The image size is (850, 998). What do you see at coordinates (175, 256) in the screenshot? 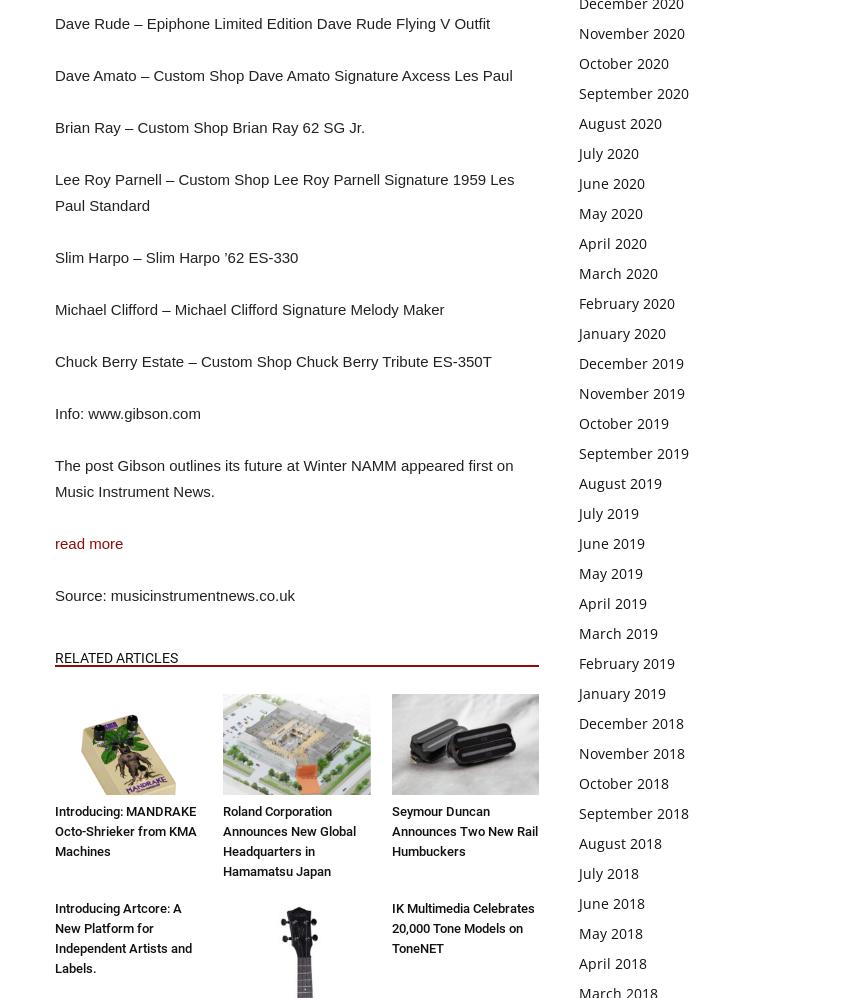
I see `'Slim Harpo – Slim Harpo ’62 ES-330'` at bounding box center [175, 256].